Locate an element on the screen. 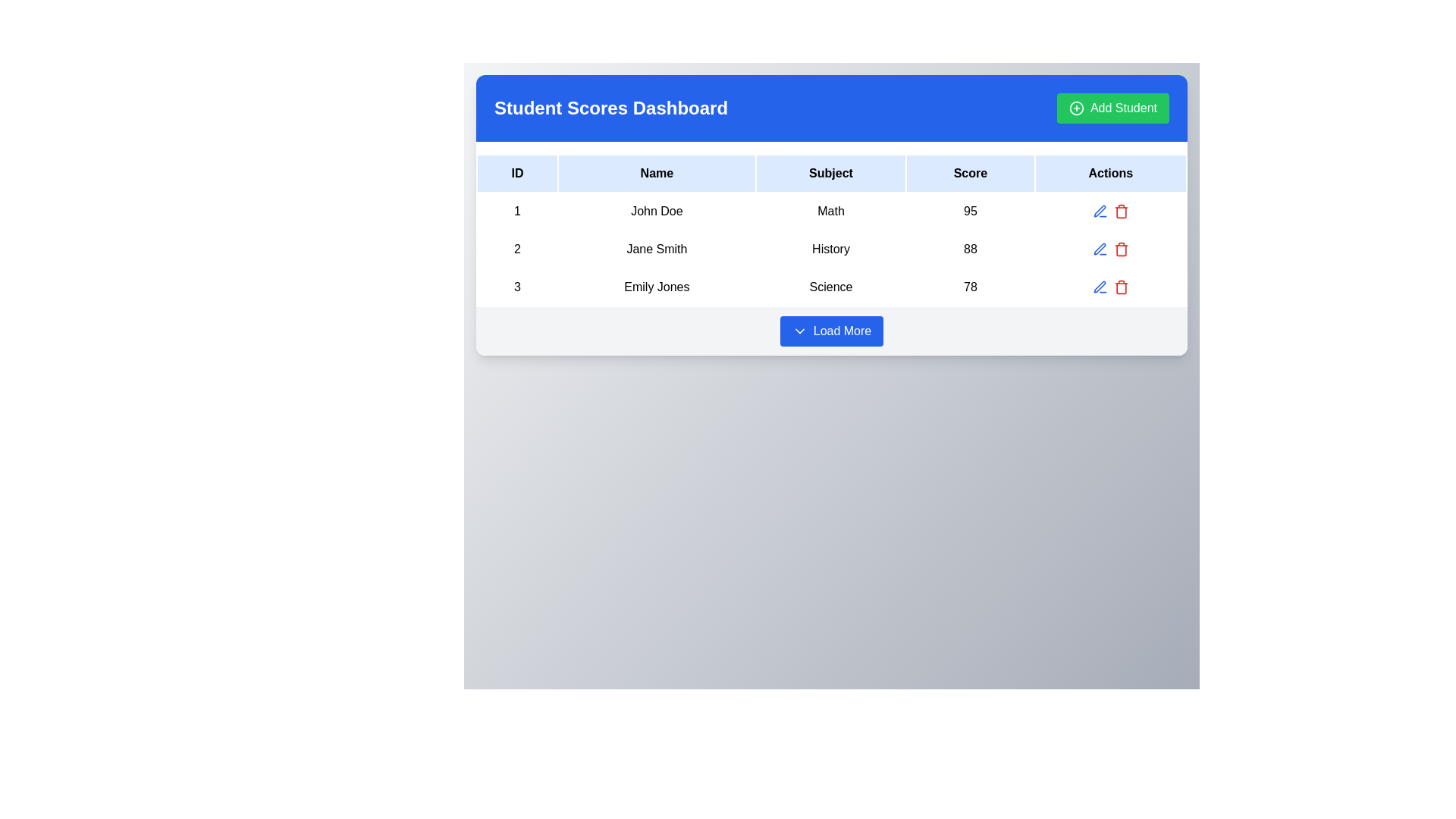 Image resolution: width=1456 pixels, height=819 pixels. the text label displaying the name 'Emily Jones' in the third row of the student data table under the 'Name' column is located at coordinates (657, 287).